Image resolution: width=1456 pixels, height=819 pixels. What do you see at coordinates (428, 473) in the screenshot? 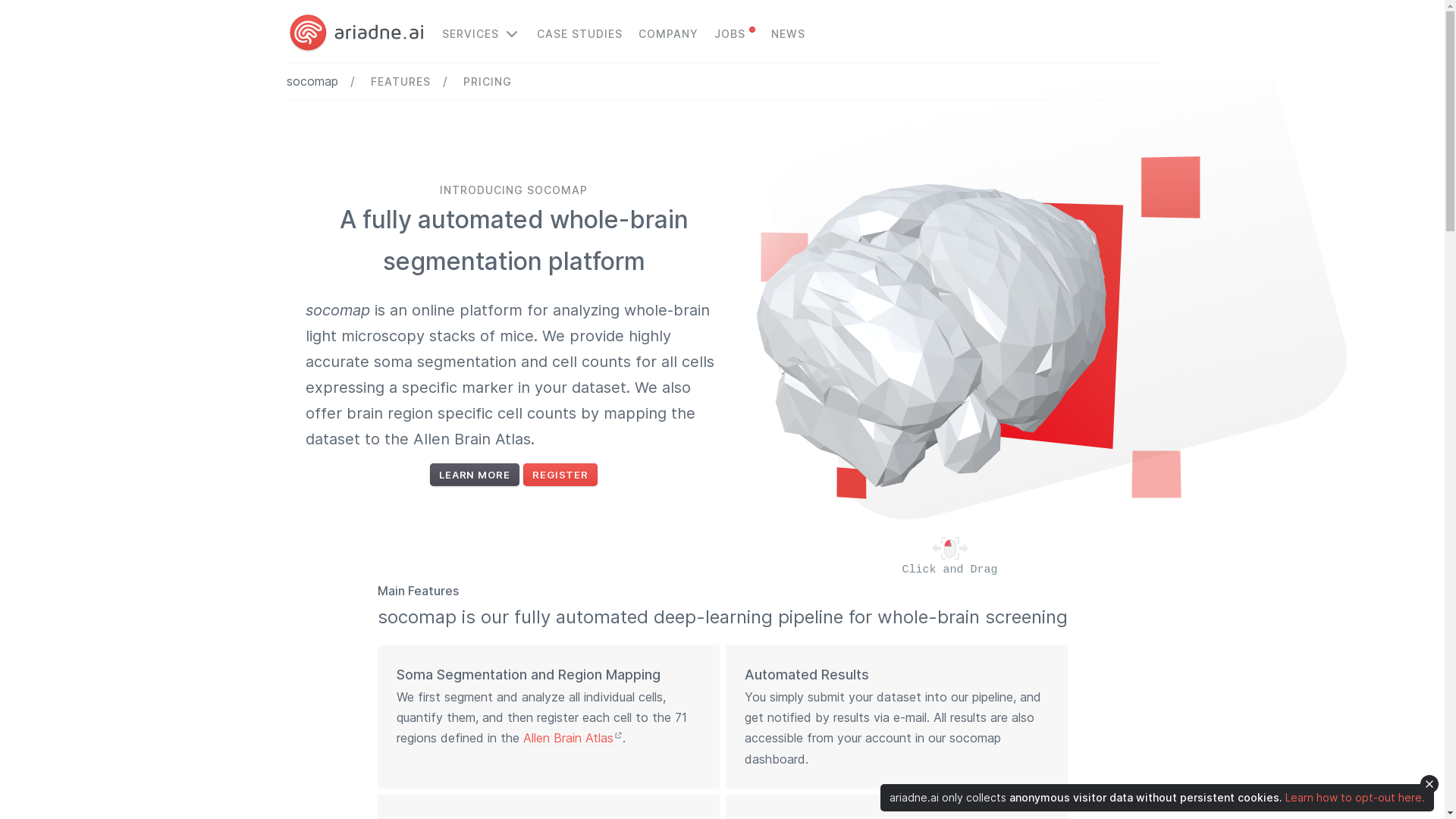
I see `'LEARN MORE'` at bounding box center [428, 473].